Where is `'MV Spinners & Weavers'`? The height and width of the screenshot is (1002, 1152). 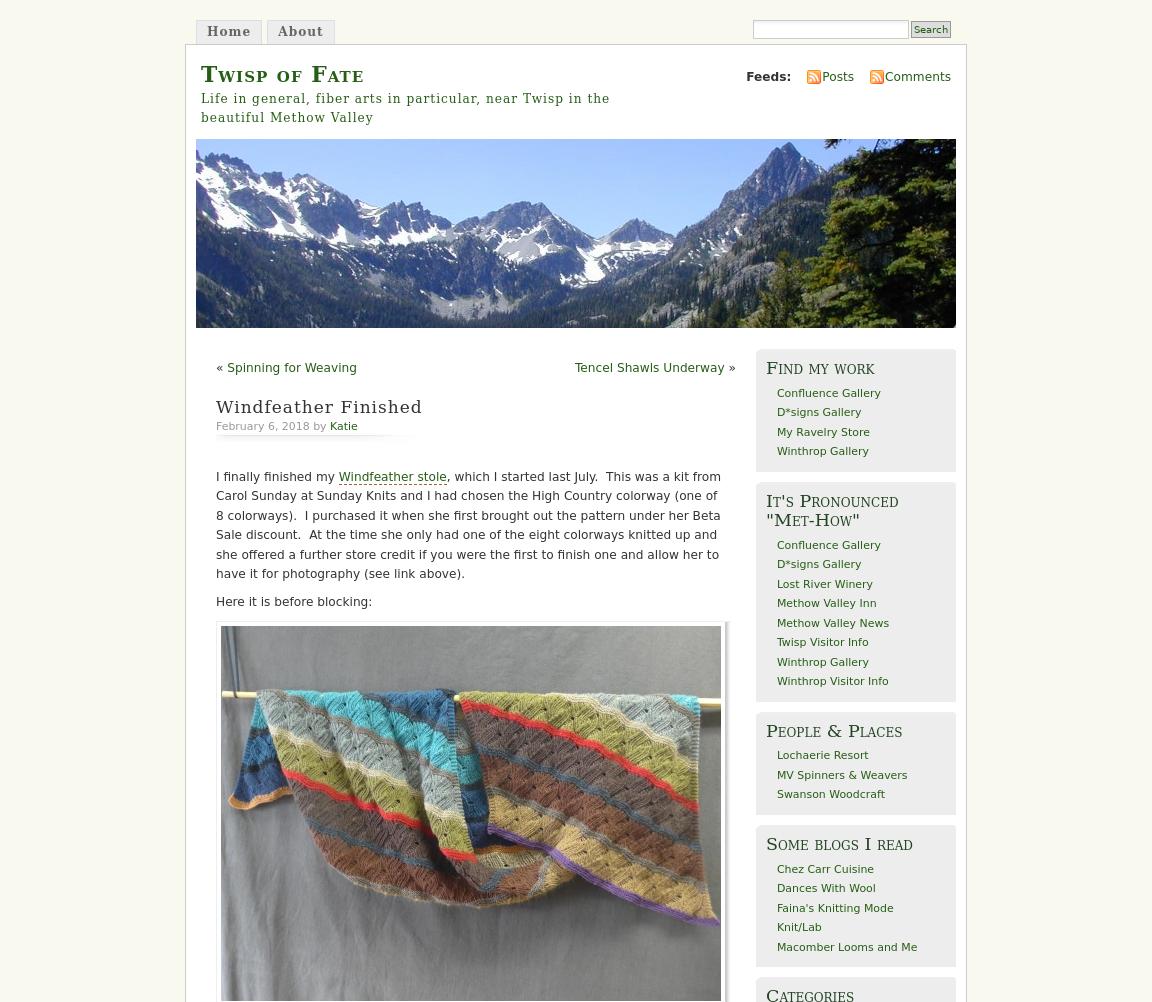
'MV Spinners & Weavers' is located at coordinates (841, 773).